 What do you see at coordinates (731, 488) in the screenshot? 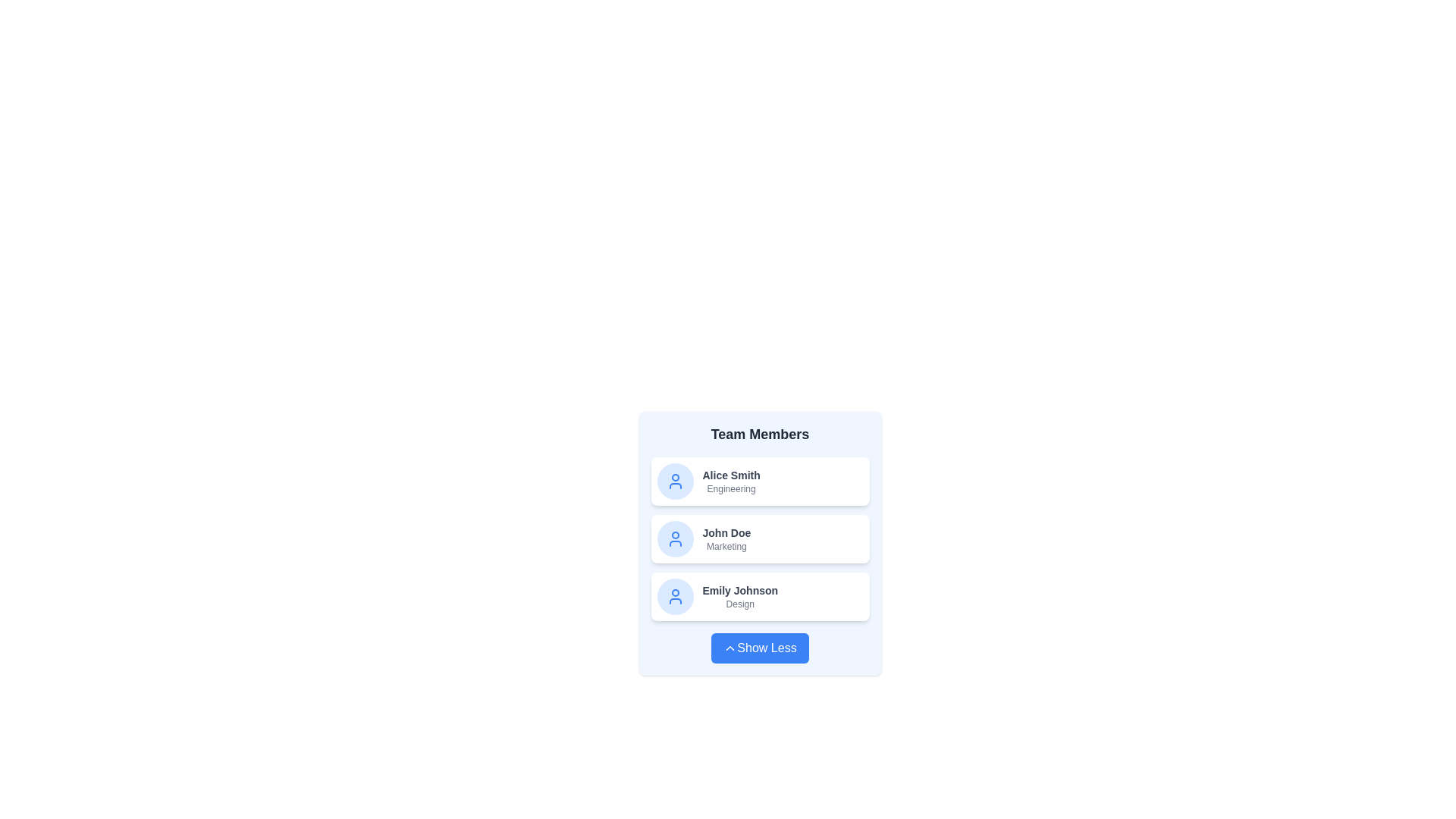
I see `the Static Text Label displaying 'Engineering', which is positioned below 'Alice Smith' in the 'Team Members' section of the card layout` at bounding box center [731, 488].